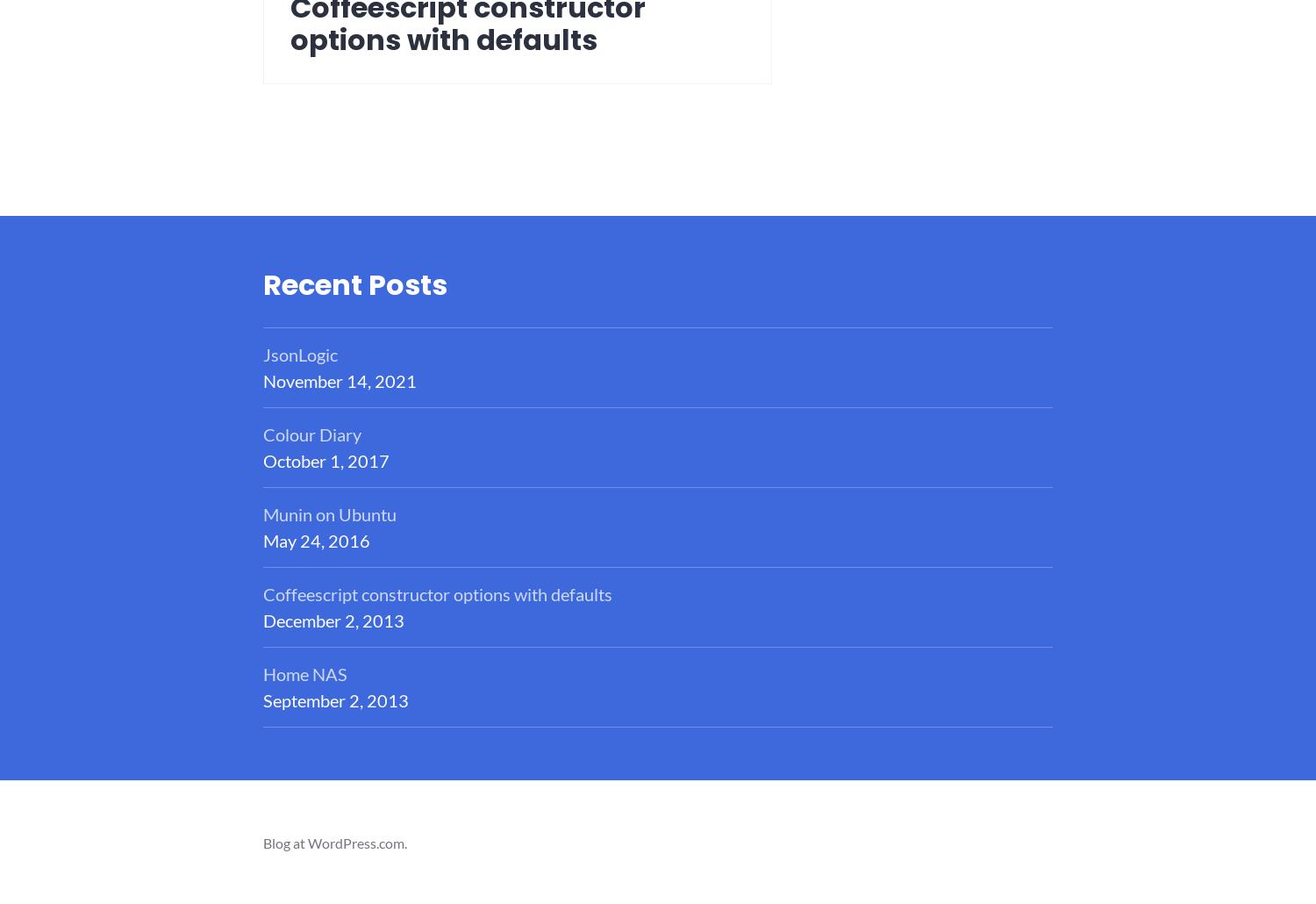 This screenshot has width=1316, height=904. Describe the element at coordinates (355, 283) in the screenshot. I see `'Recent Posts'` at that location.